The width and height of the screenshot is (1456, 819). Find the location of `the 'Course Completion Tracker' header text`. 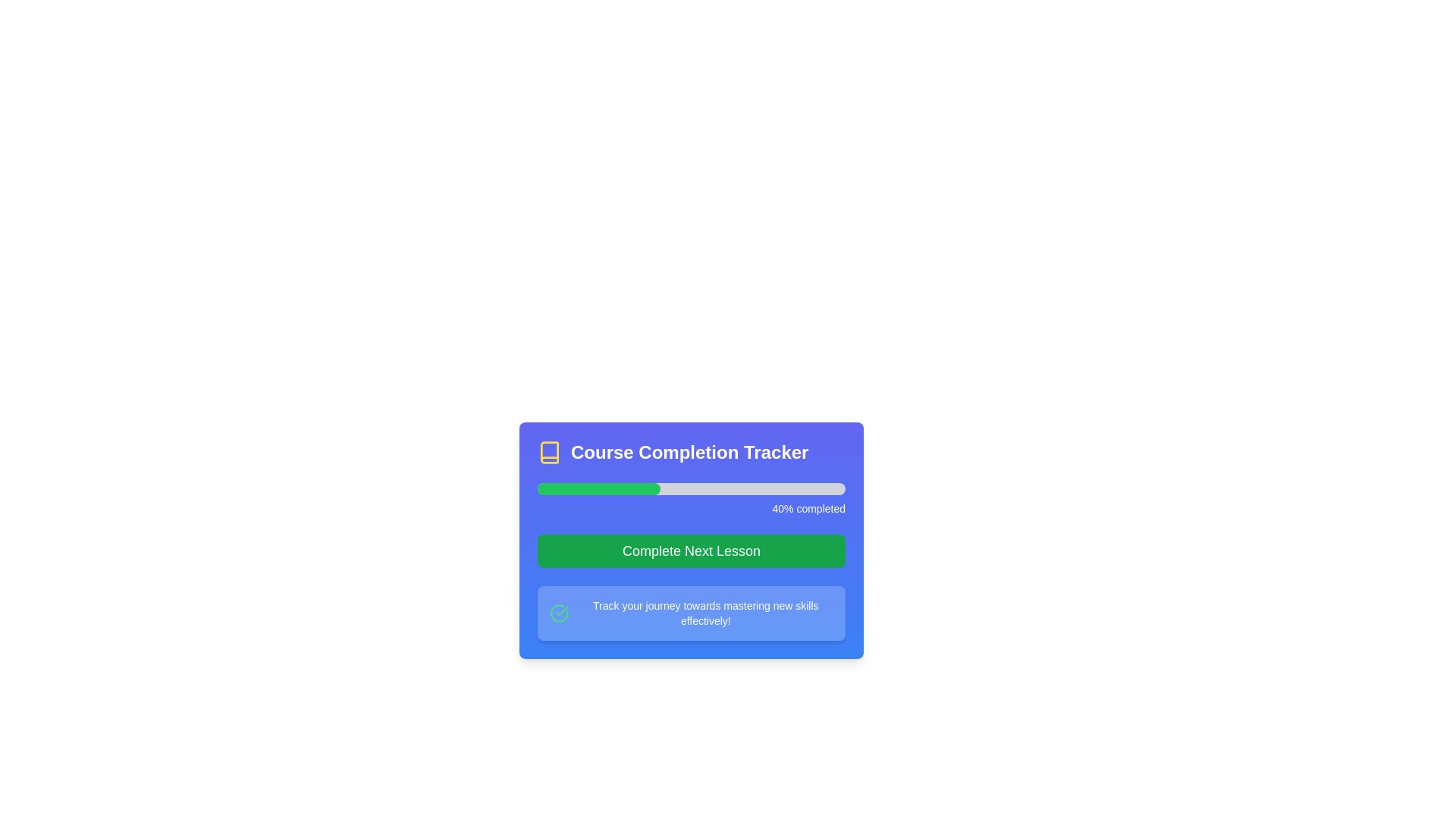

the 'Course Completion Tracker' header text is located at coordinates (691, 452).